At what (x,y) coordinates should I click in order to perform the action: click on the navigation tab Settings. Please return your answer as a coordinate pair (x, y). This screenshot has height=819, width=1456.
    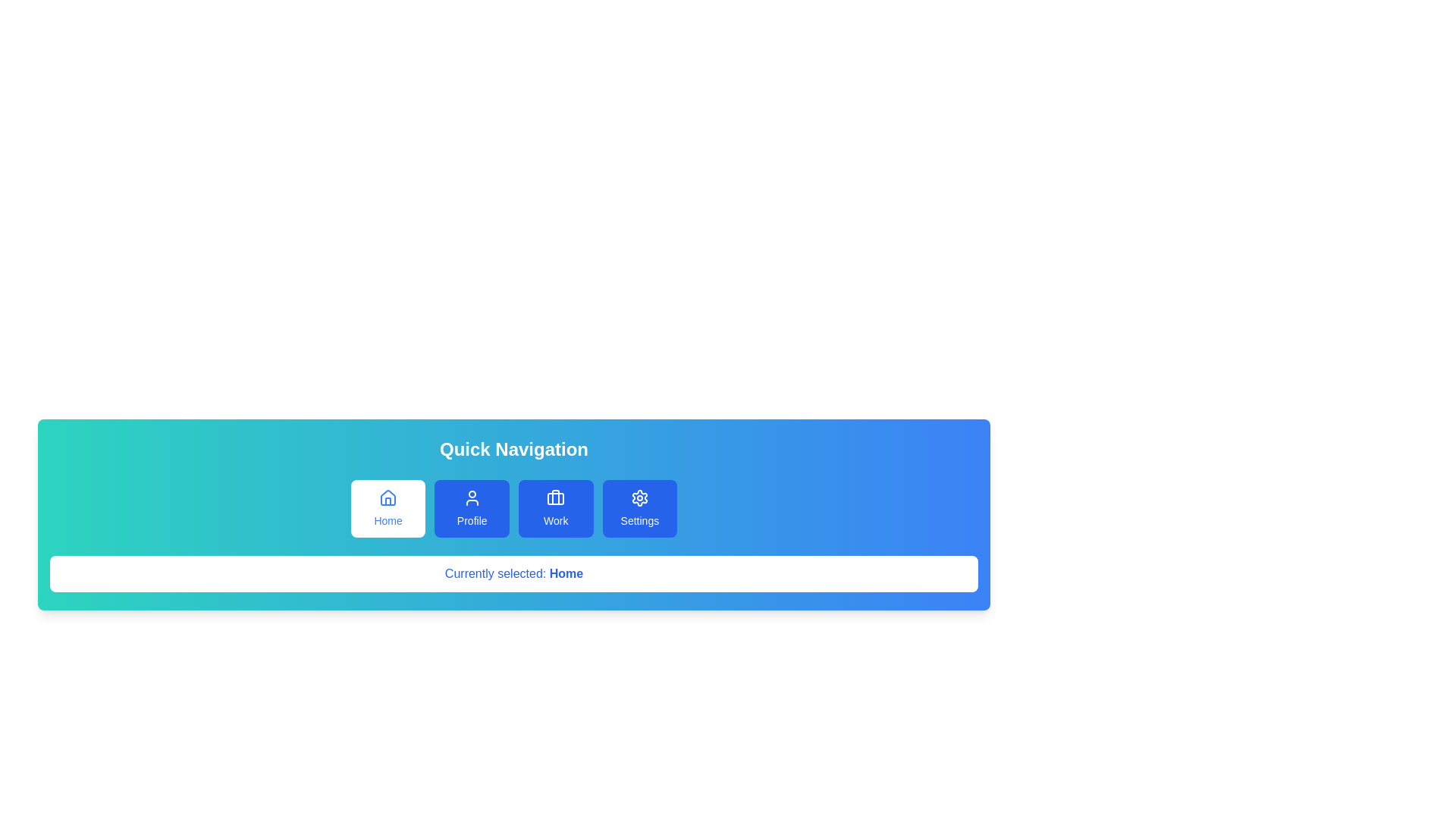
    Looking at the image, I should click on (639, 509).